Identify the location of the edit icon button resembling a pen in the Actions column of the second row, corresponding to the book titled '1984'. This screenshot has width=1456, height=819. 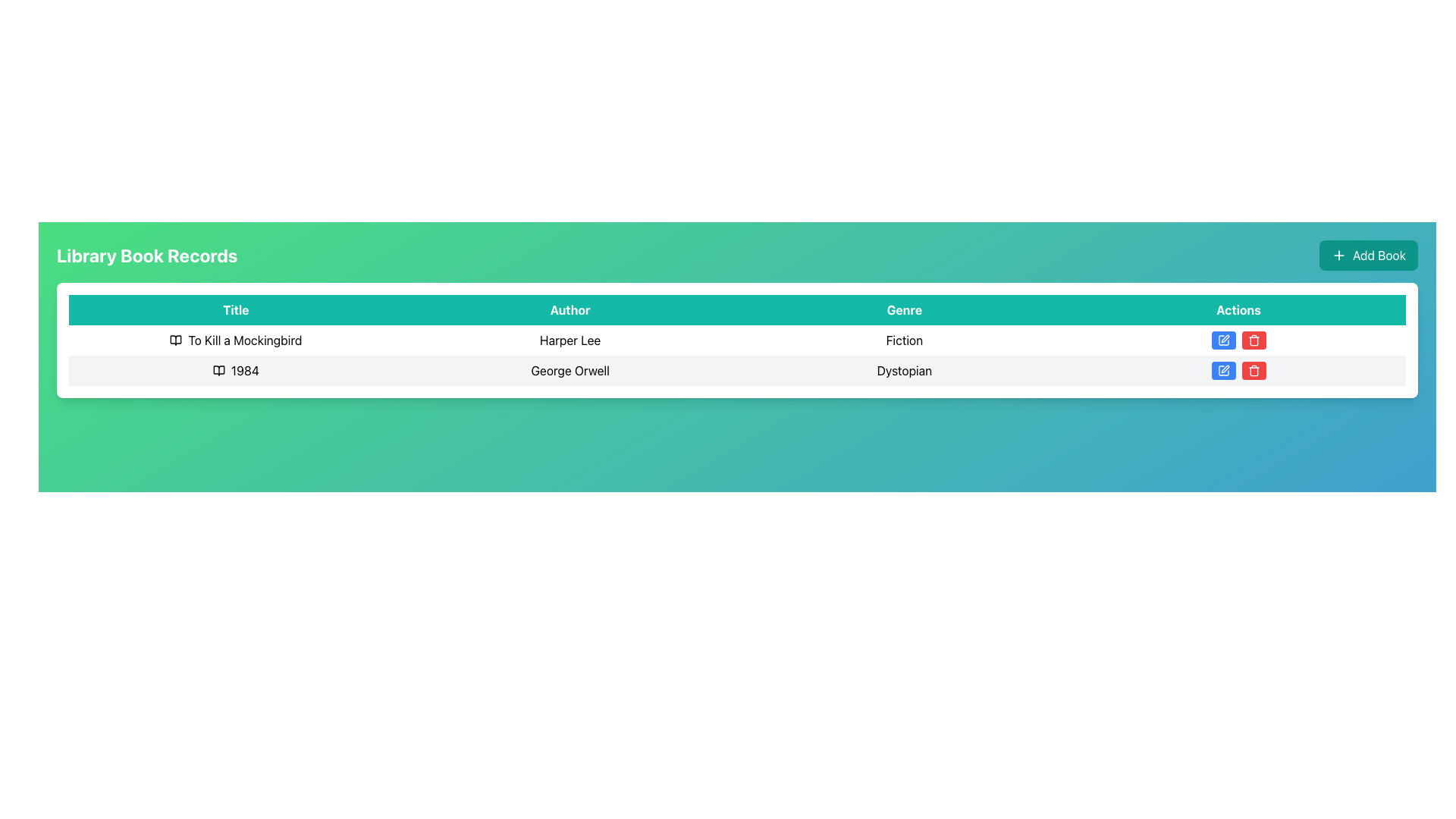
(1225, 338).